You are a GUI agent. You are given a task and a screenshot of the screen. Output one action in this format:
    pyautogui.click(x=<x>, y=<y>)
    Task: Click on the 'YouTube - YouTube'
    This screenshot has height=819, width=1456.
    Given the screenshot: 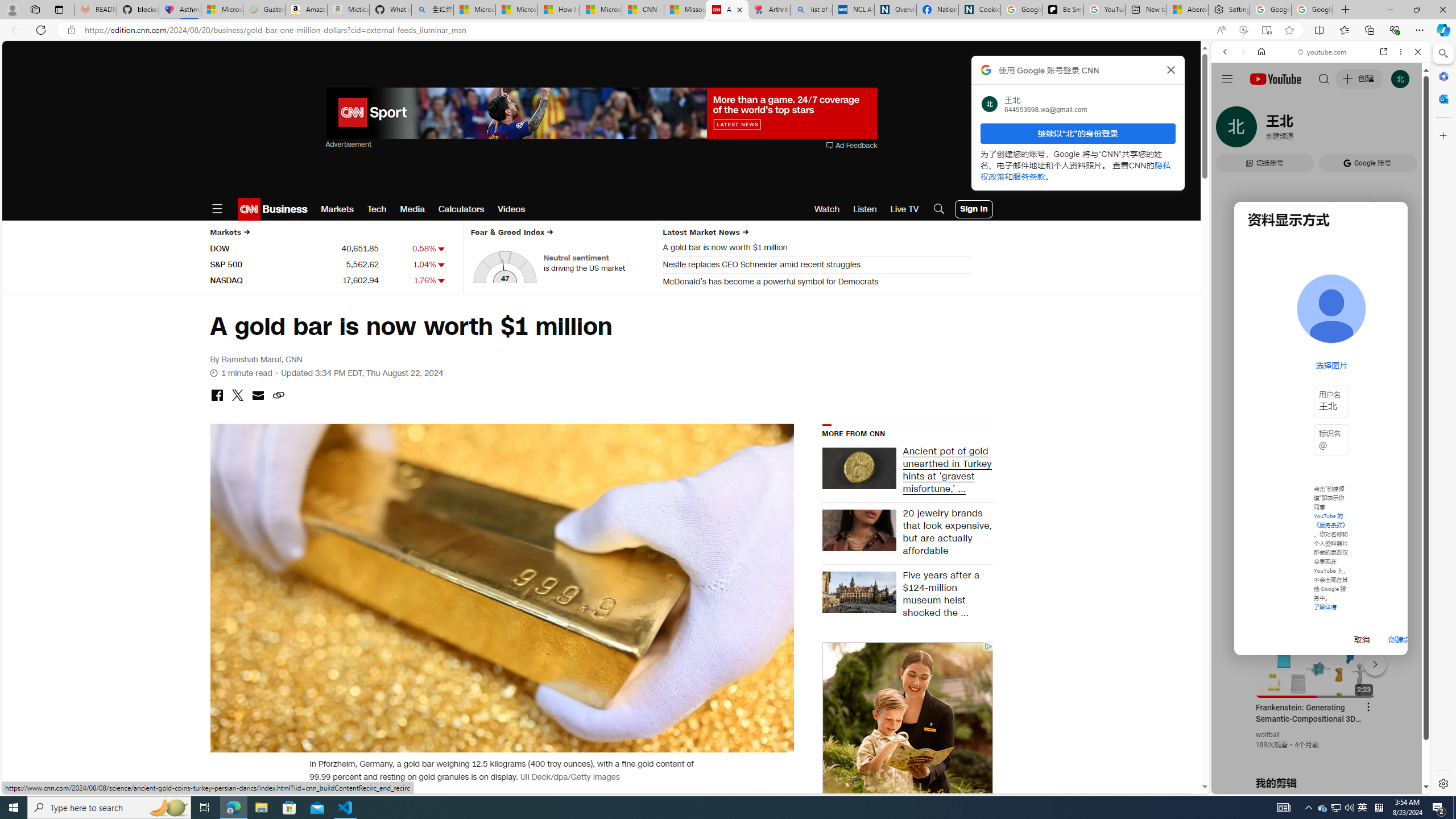 What is the action you would take?
    pyautogui.click(x=1316, y=560)
    